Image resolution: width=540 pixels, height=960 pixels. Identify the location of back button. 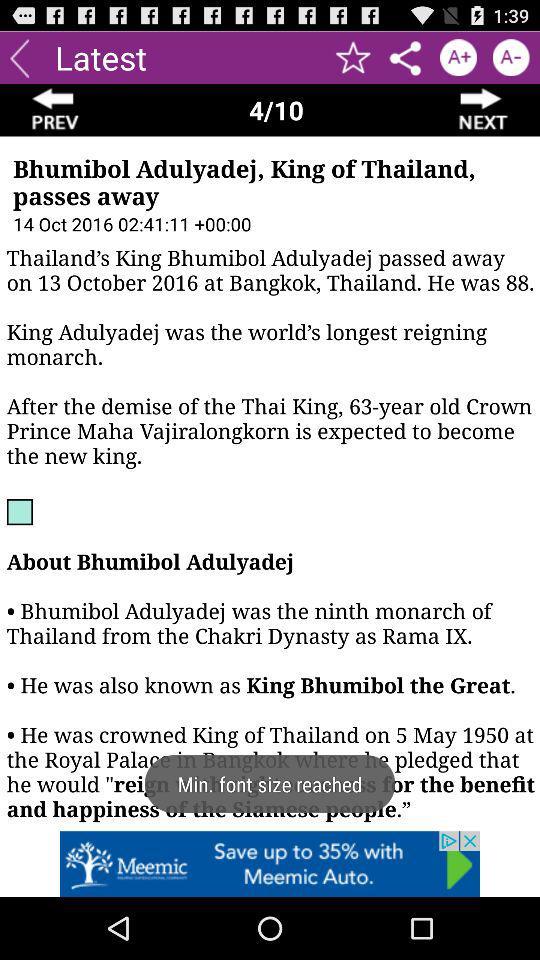
(18, 56).